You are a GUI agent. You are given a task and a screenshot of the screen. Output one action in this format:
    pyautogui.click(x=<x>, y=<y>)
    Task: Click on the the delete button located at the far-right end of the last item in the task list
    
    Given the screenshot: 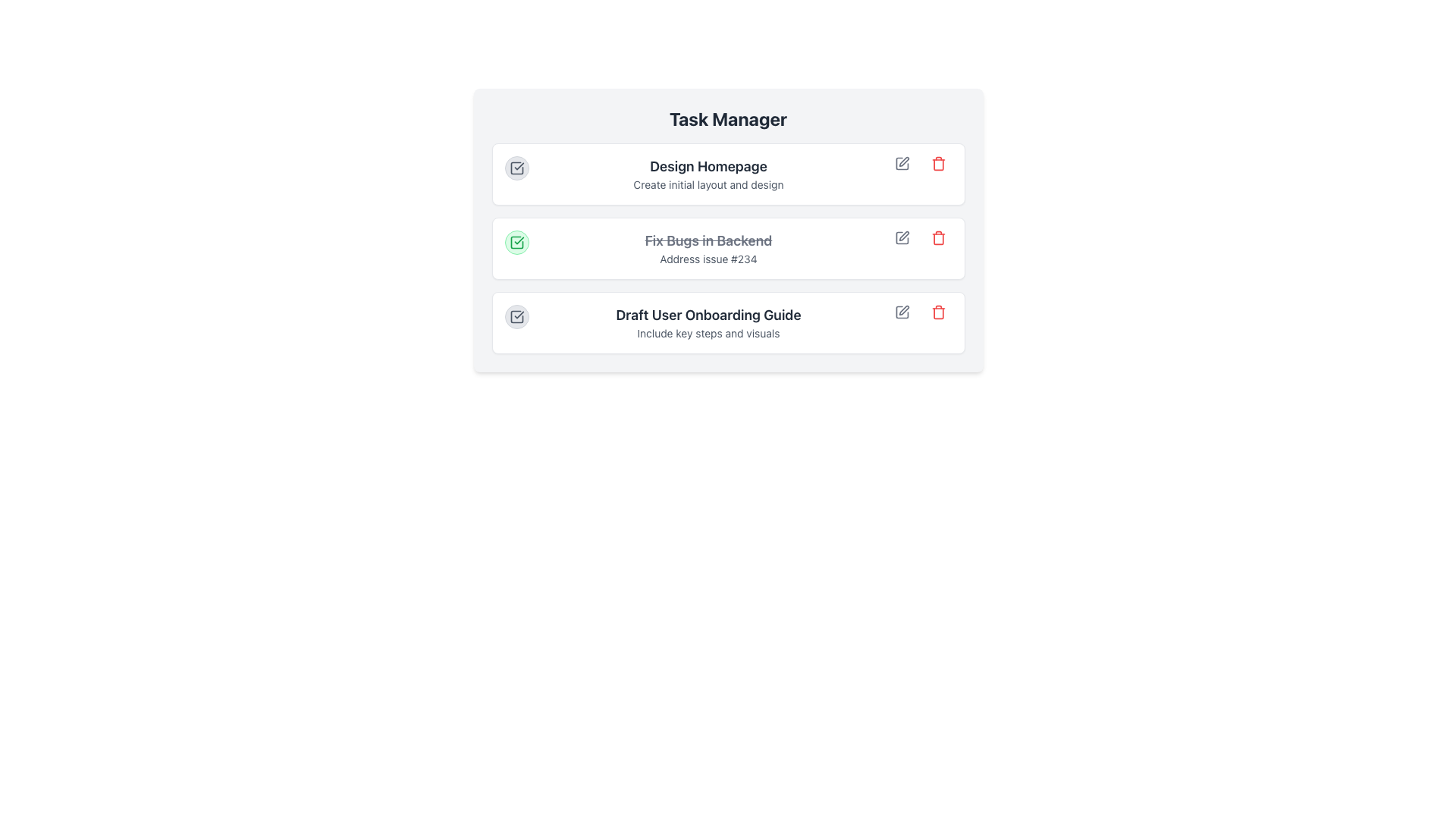 What is the action you would take?
    pyautogui.click(x=937, y=312)
    